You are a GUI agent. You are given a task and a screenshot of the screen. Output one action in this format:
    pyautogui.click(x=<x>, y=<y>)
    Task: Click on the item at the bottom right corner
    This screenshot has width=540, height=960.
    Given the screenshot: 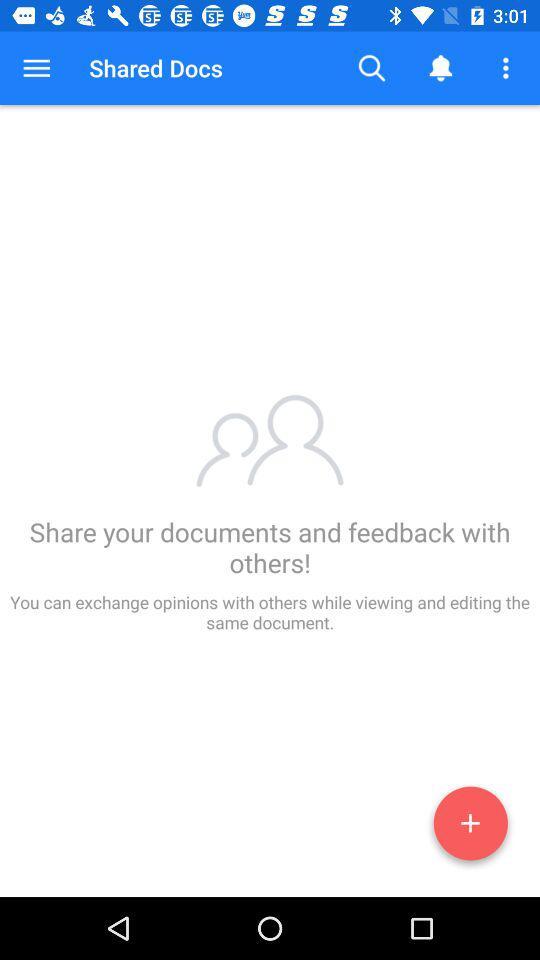 What is the action you would take?
    pyautogui.click(x=470, y=827)
    